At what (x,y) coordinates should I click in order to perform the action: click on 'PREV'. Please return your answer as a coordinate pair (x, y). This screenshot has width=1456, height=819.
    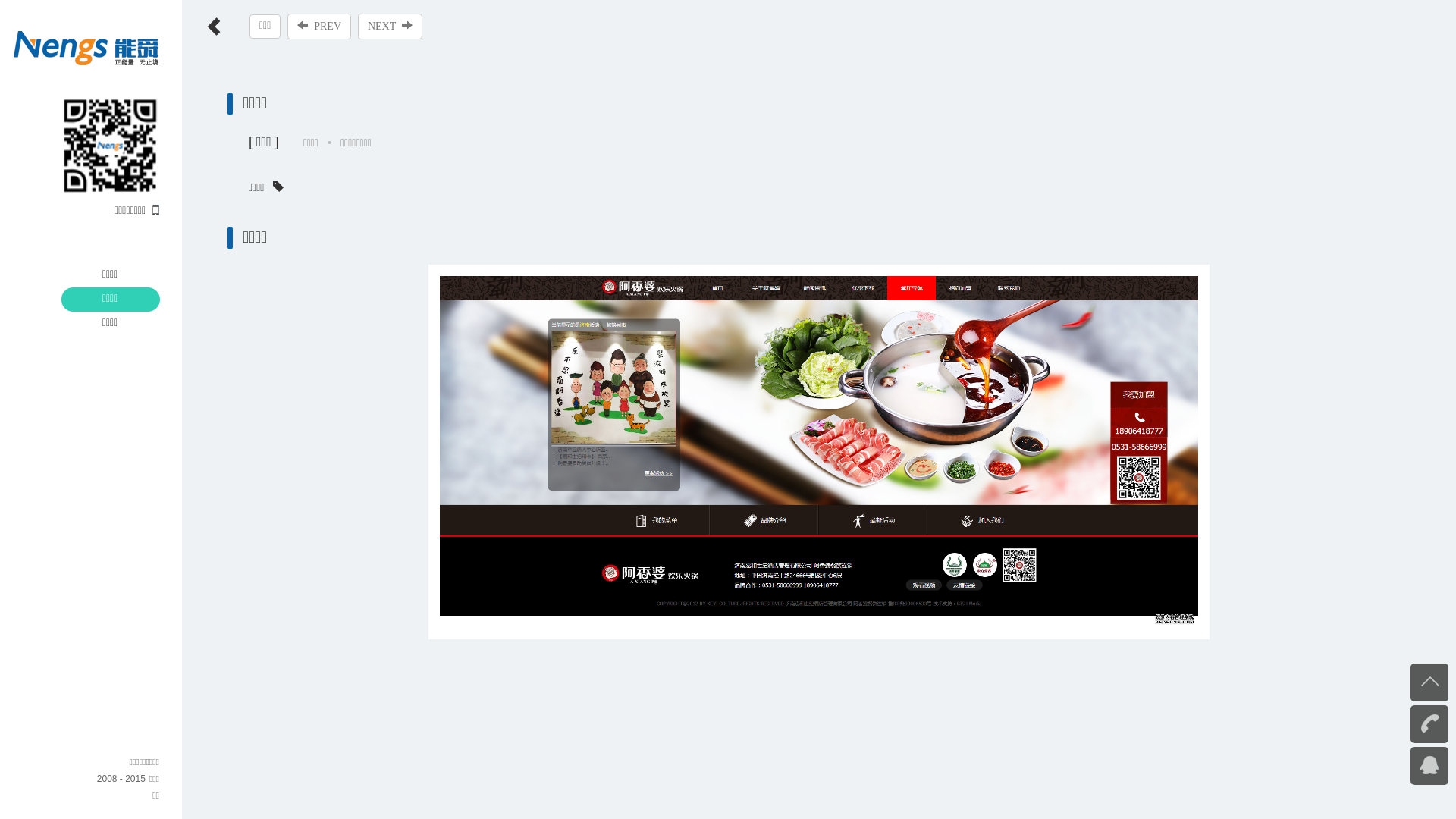
    Looking at the image, I should click on (318, 26).